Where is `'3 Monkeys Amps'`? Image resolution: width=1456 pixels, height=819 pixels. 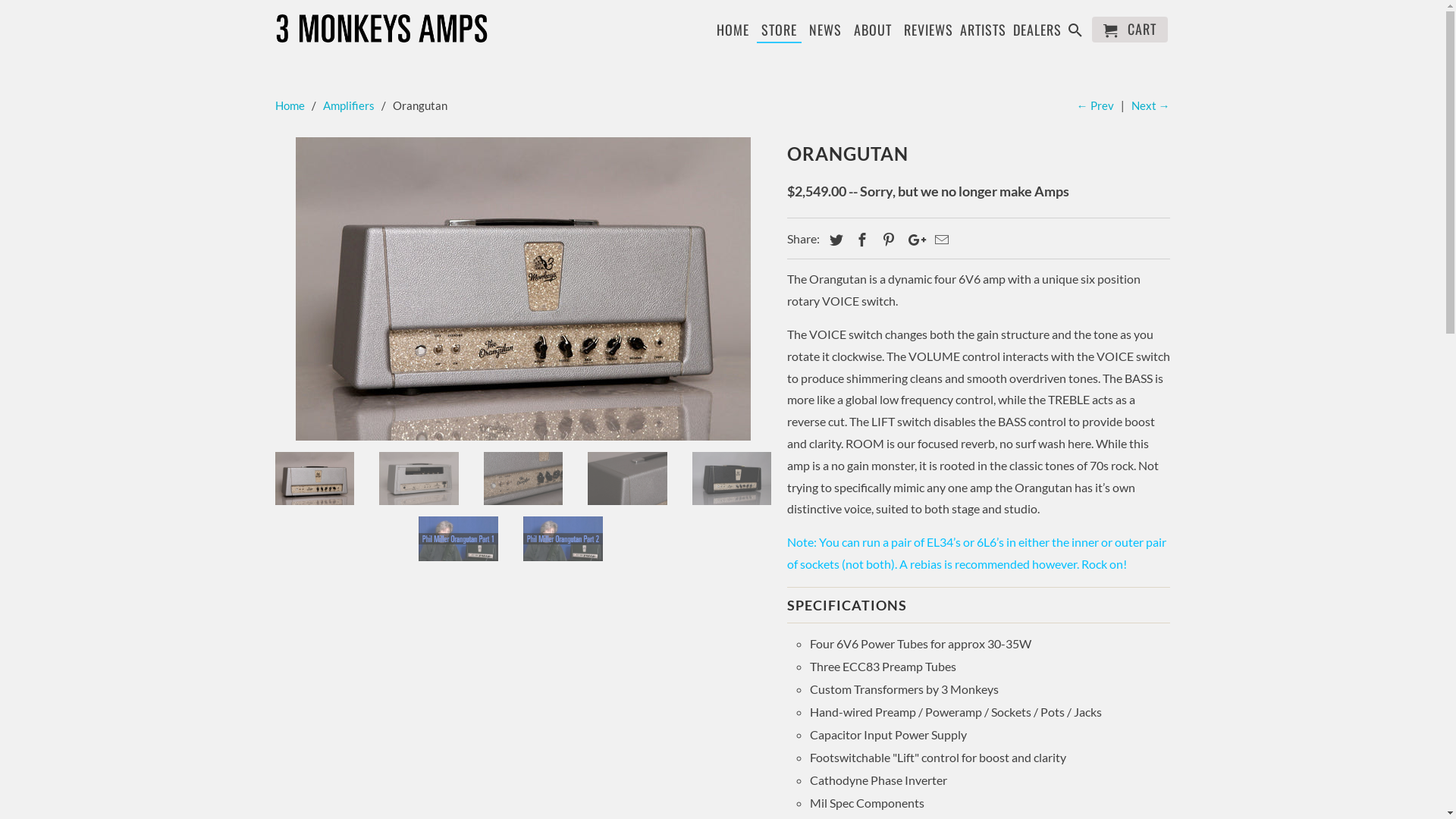
'3 Monkeys Amps' is located at coordinates (381, 27).